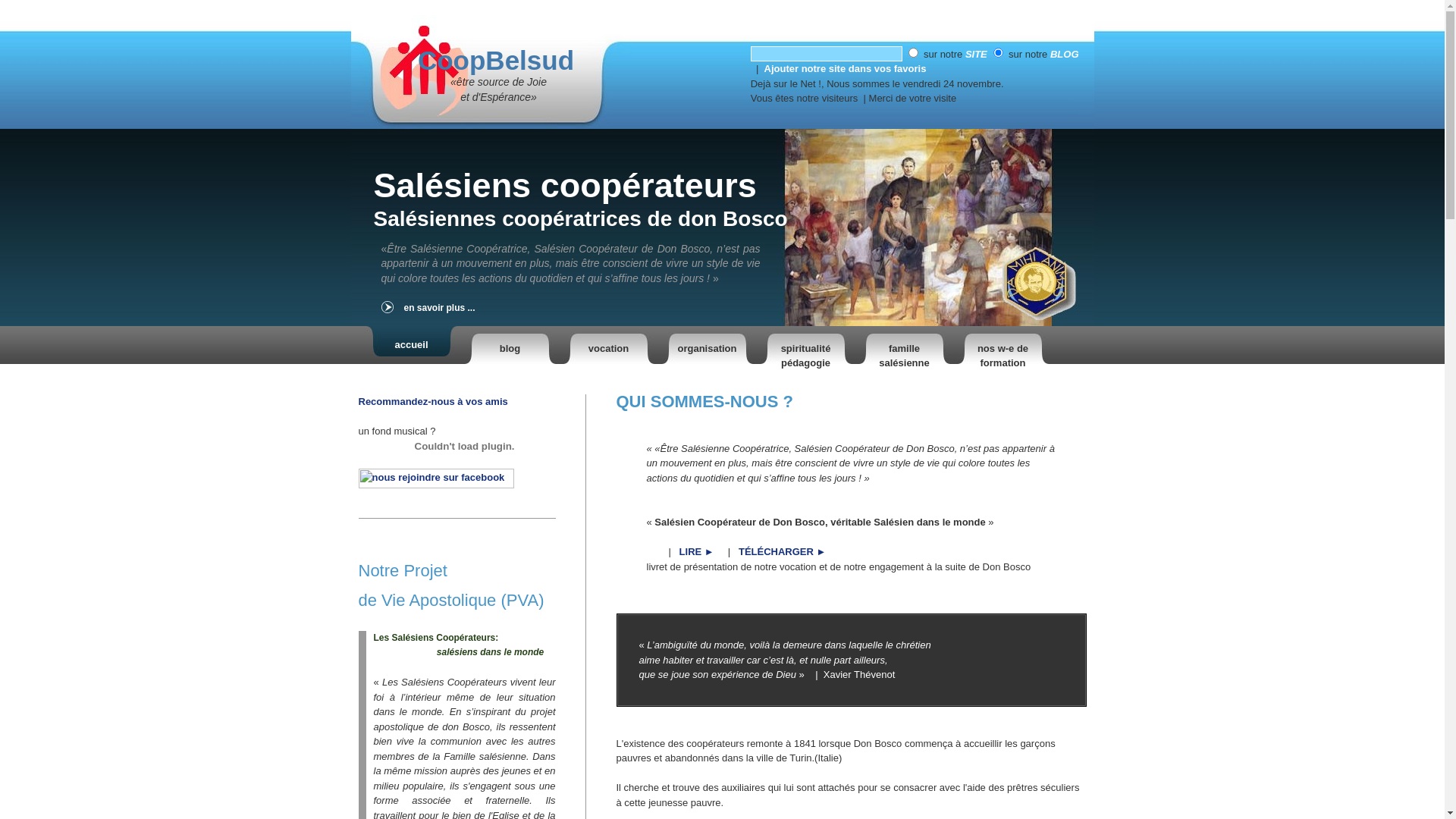 The image size is (1456, 819). I want to click on 'vocation', so click(607, 345).